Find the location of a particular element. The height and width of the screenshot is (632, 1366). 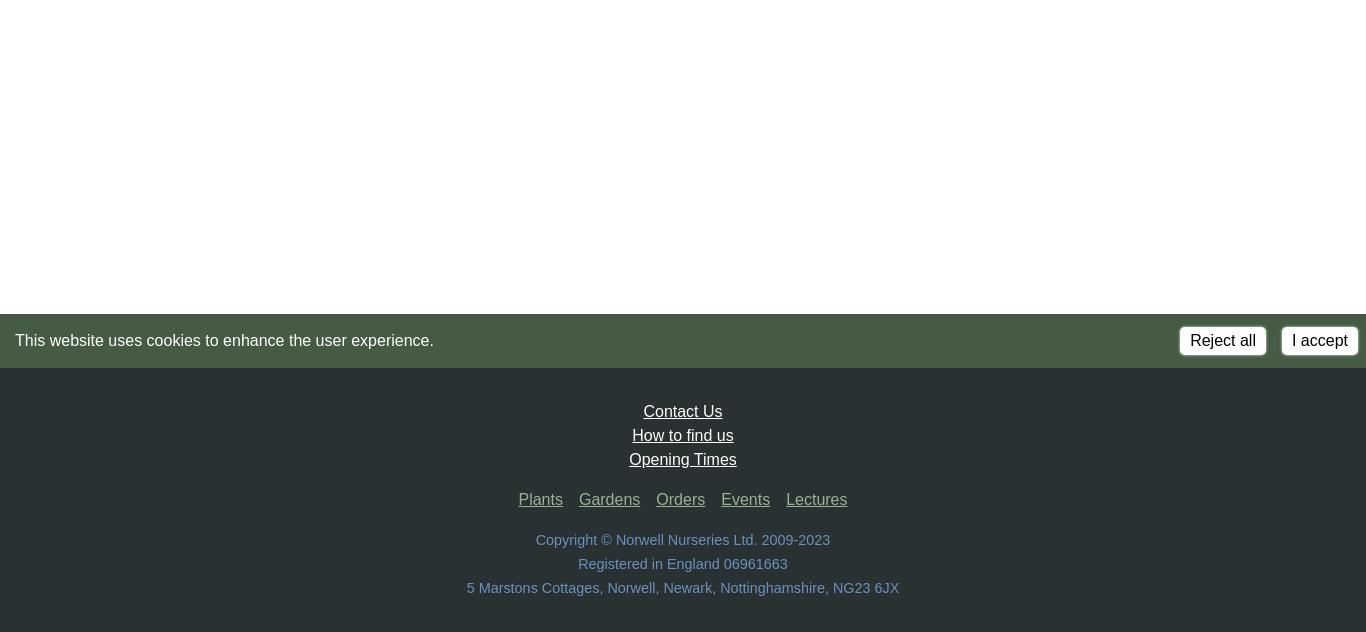

'Reject all' is located at coordinates (1222, 340).